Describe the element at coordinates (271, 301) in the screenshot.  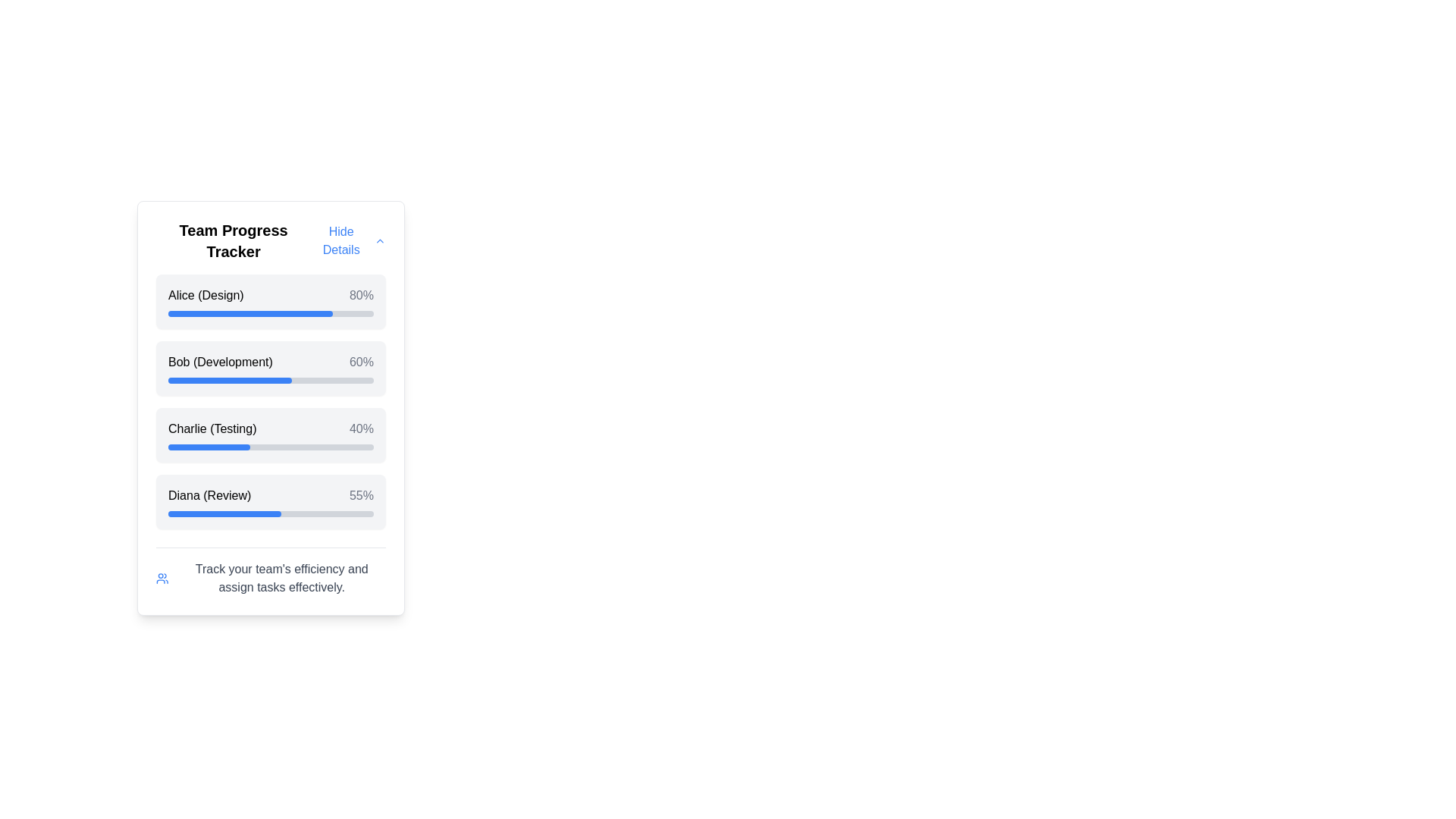
I see `the Progress Indicator representing Alice's task in the 'Design' category, showing 80% completion` at that location.